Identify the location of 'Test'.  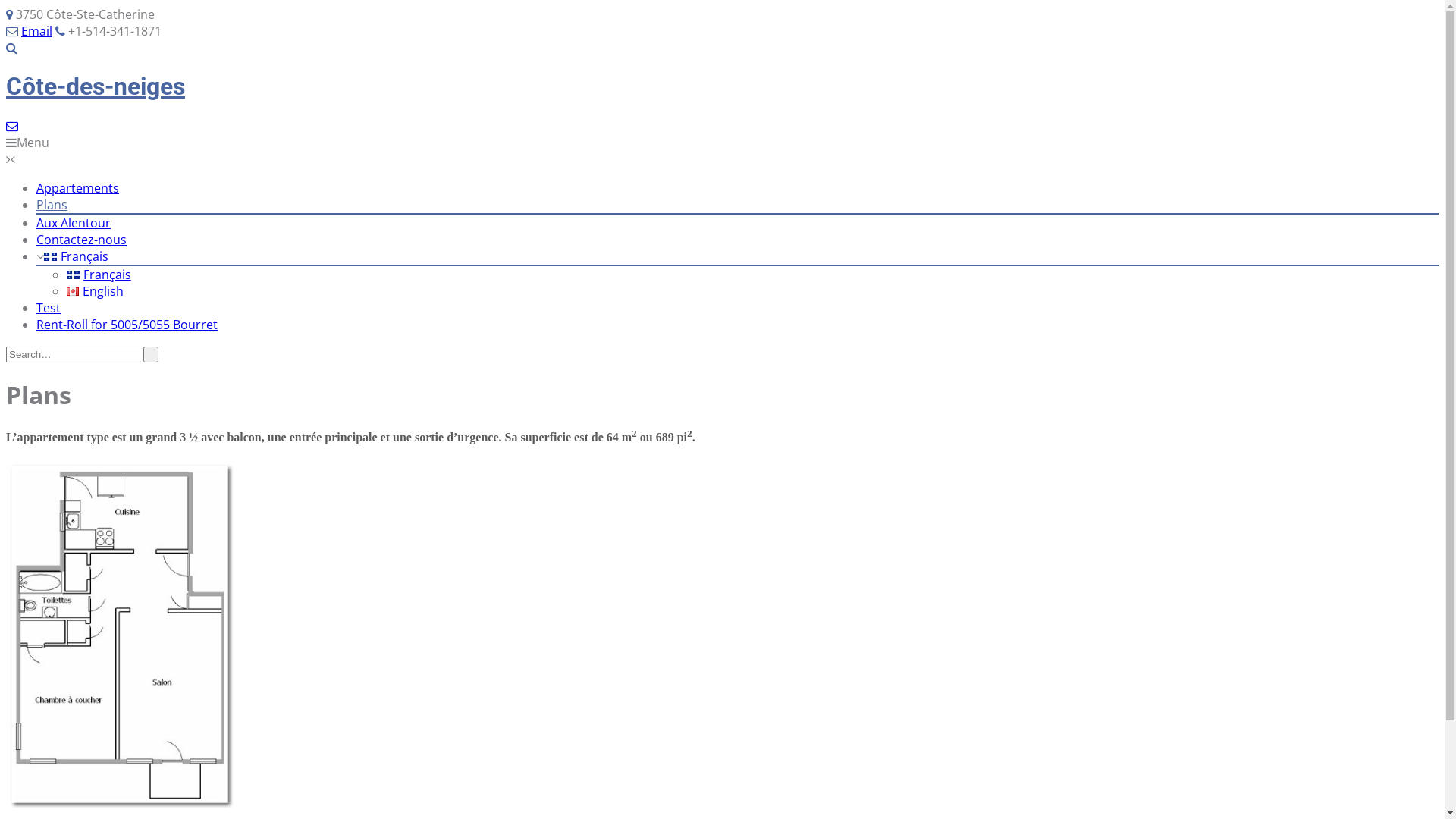
(48, 307).